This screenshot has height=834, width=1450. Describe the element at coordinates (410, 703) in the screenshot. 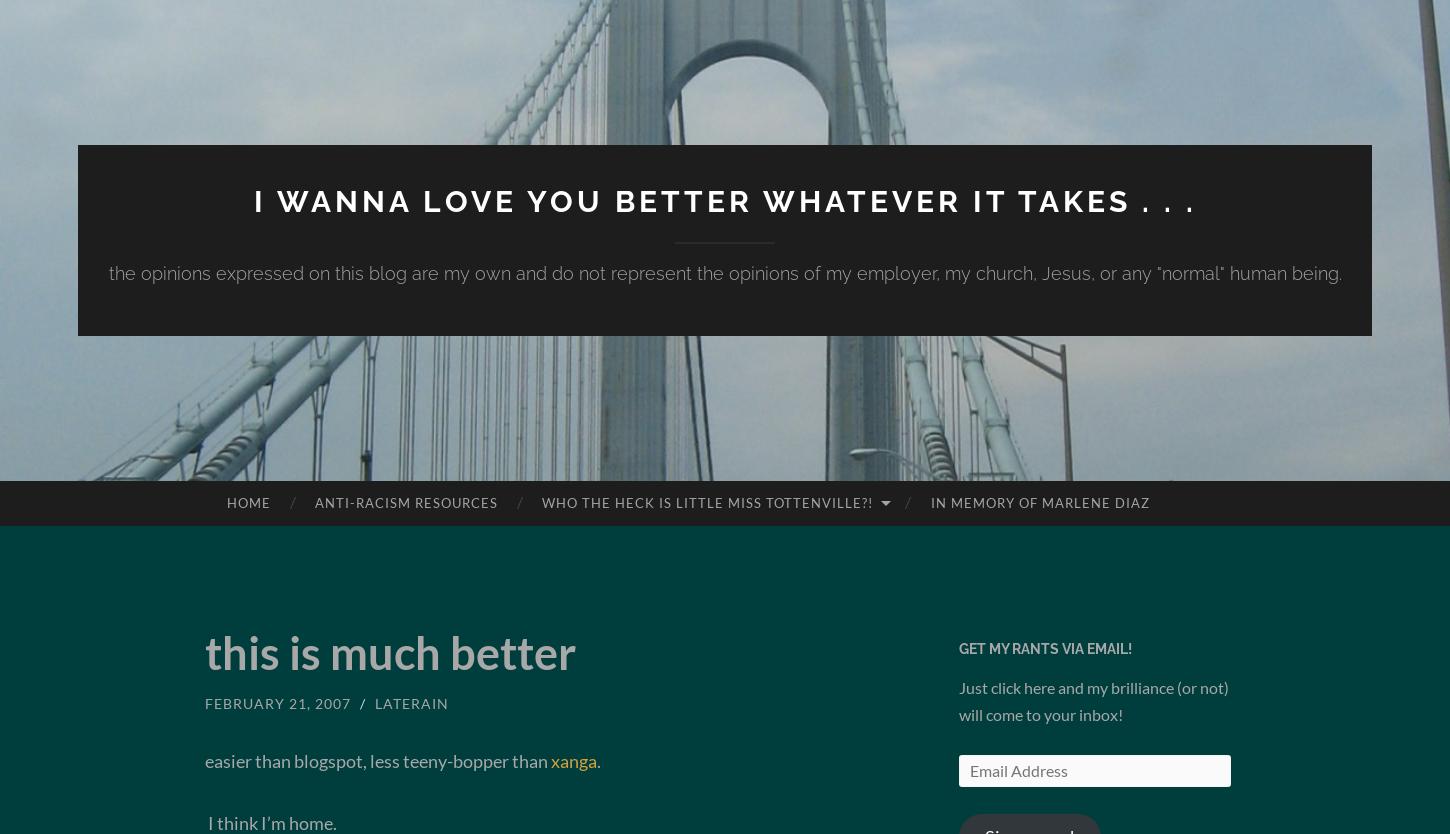

I see `'laterain'` at that location.